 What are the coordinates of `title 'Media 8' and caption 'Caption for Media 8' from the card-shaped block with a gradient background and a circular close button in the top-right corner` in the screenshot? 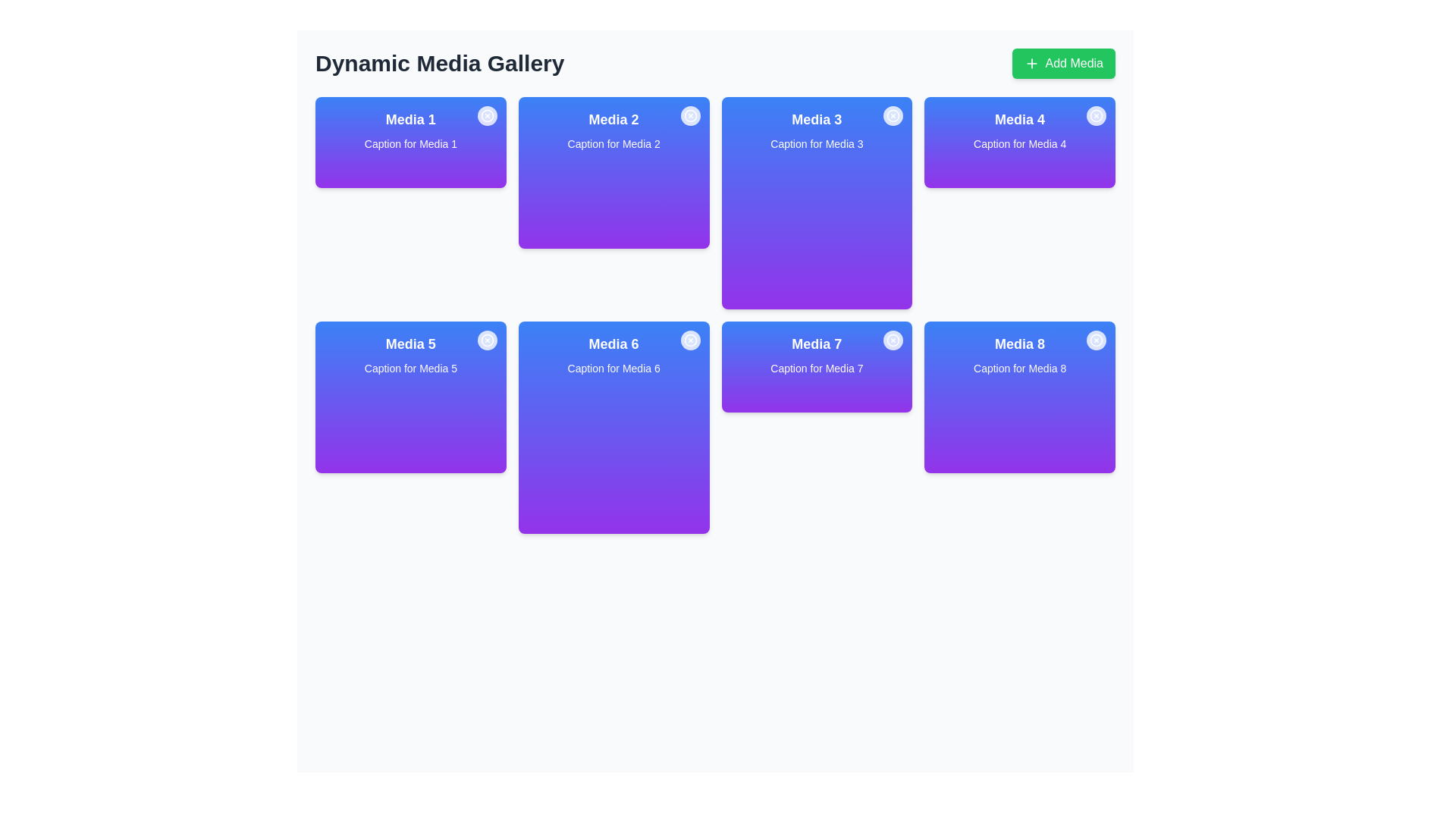 It's located at (1020, 397).